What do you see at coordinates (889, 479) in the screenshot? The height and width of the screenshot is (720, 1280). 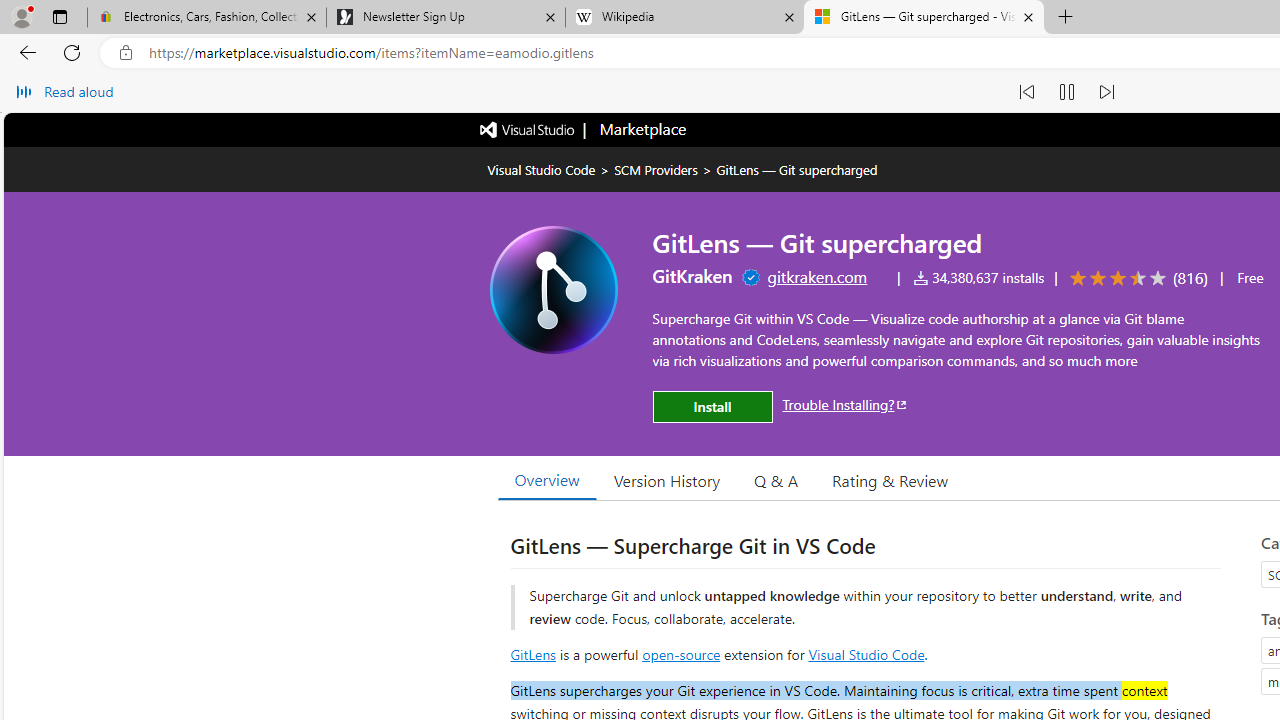 I see `'Rating & Review'` at bounding box center [889, 479].